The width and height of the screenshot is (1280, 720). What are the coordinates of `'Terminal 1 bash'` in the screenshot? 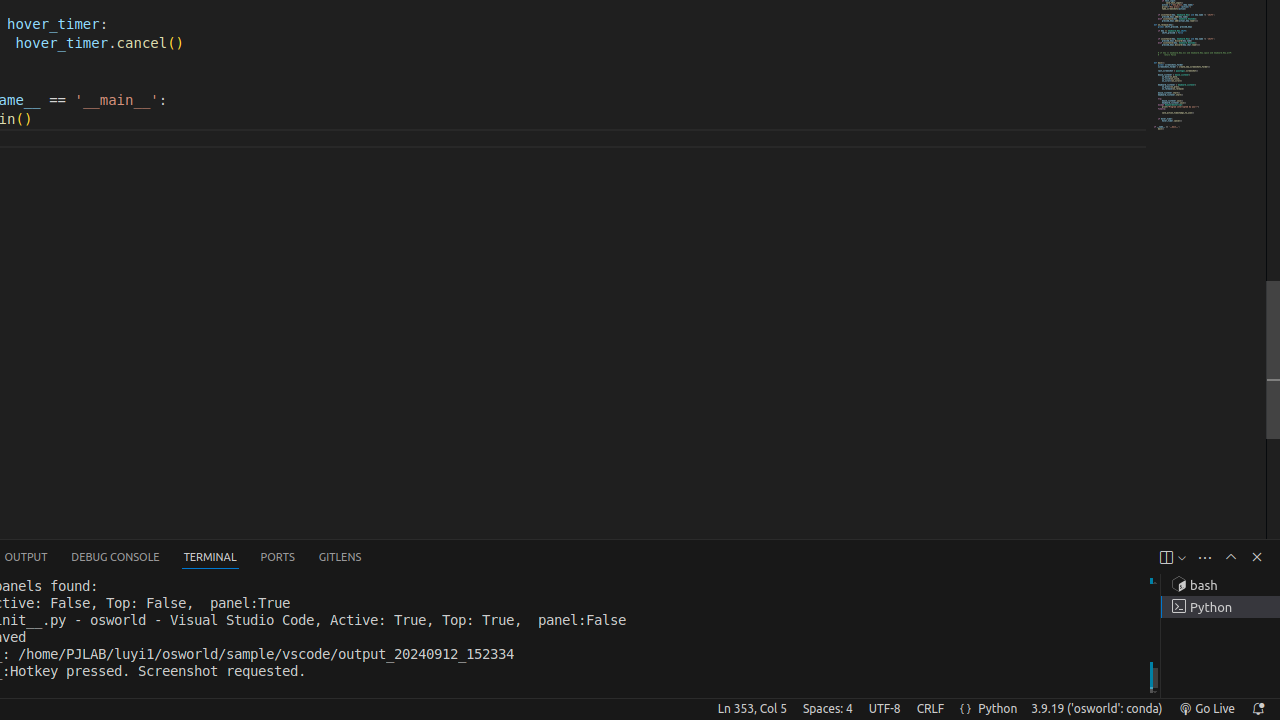 It's located at (1219, 585).